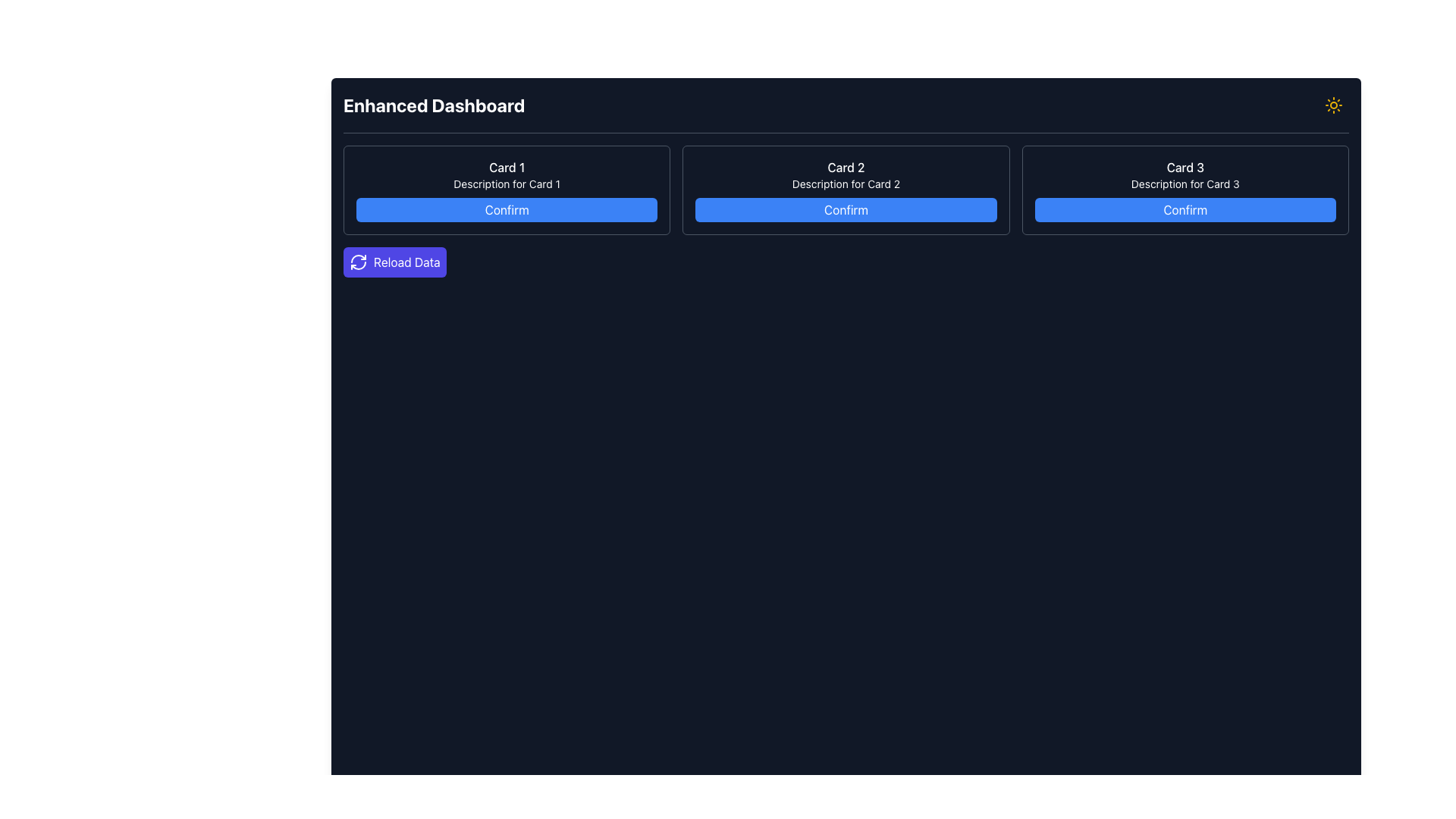  What do you see at coordinates (1332, 104) in the screenshot?
I see `the circular button with a sun icon on the far-right side of the navigation header` at bounding box center [1332, 104].